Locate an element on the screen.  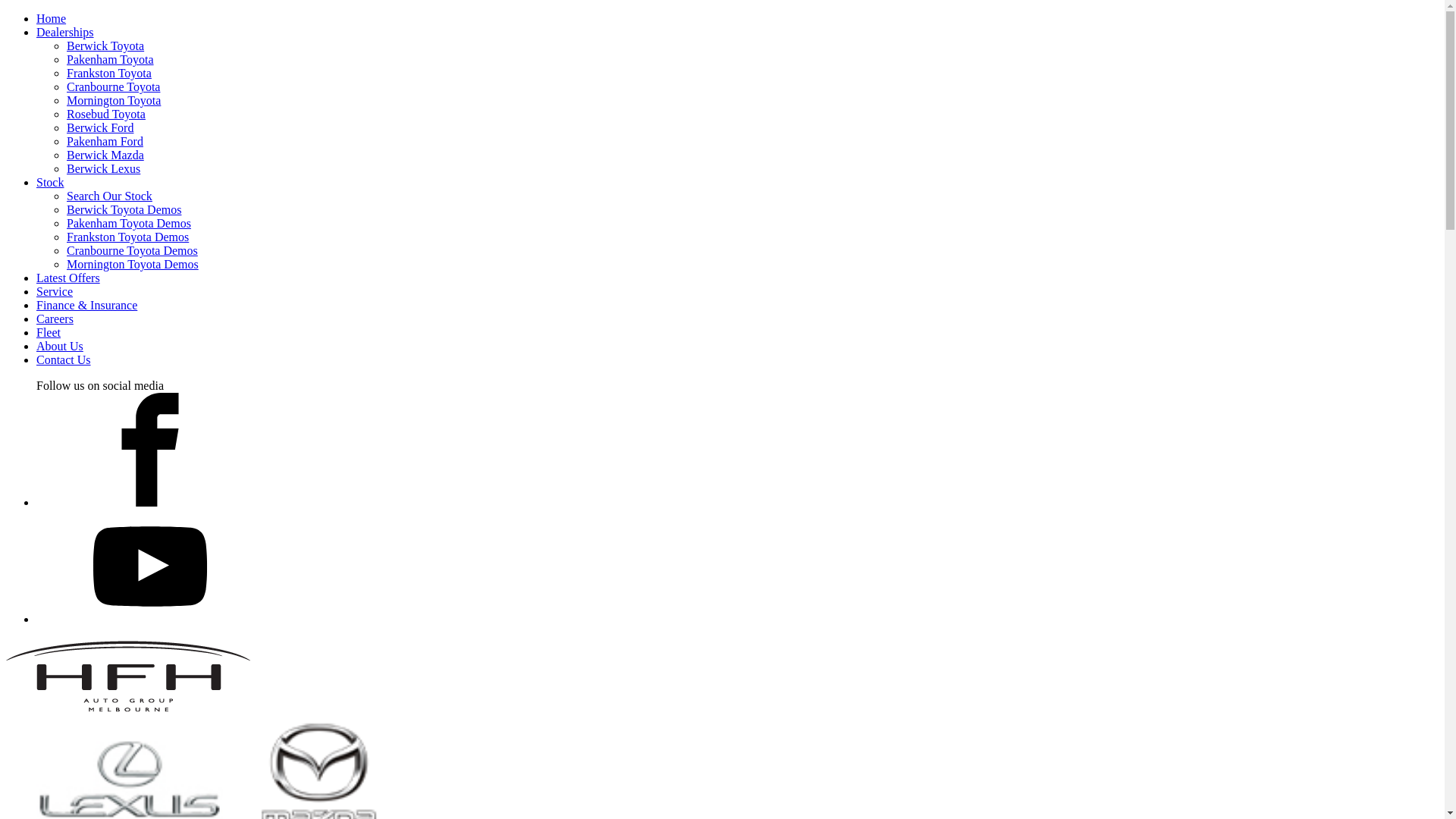
'Latest Offers' is located at coordinates (36, 278).